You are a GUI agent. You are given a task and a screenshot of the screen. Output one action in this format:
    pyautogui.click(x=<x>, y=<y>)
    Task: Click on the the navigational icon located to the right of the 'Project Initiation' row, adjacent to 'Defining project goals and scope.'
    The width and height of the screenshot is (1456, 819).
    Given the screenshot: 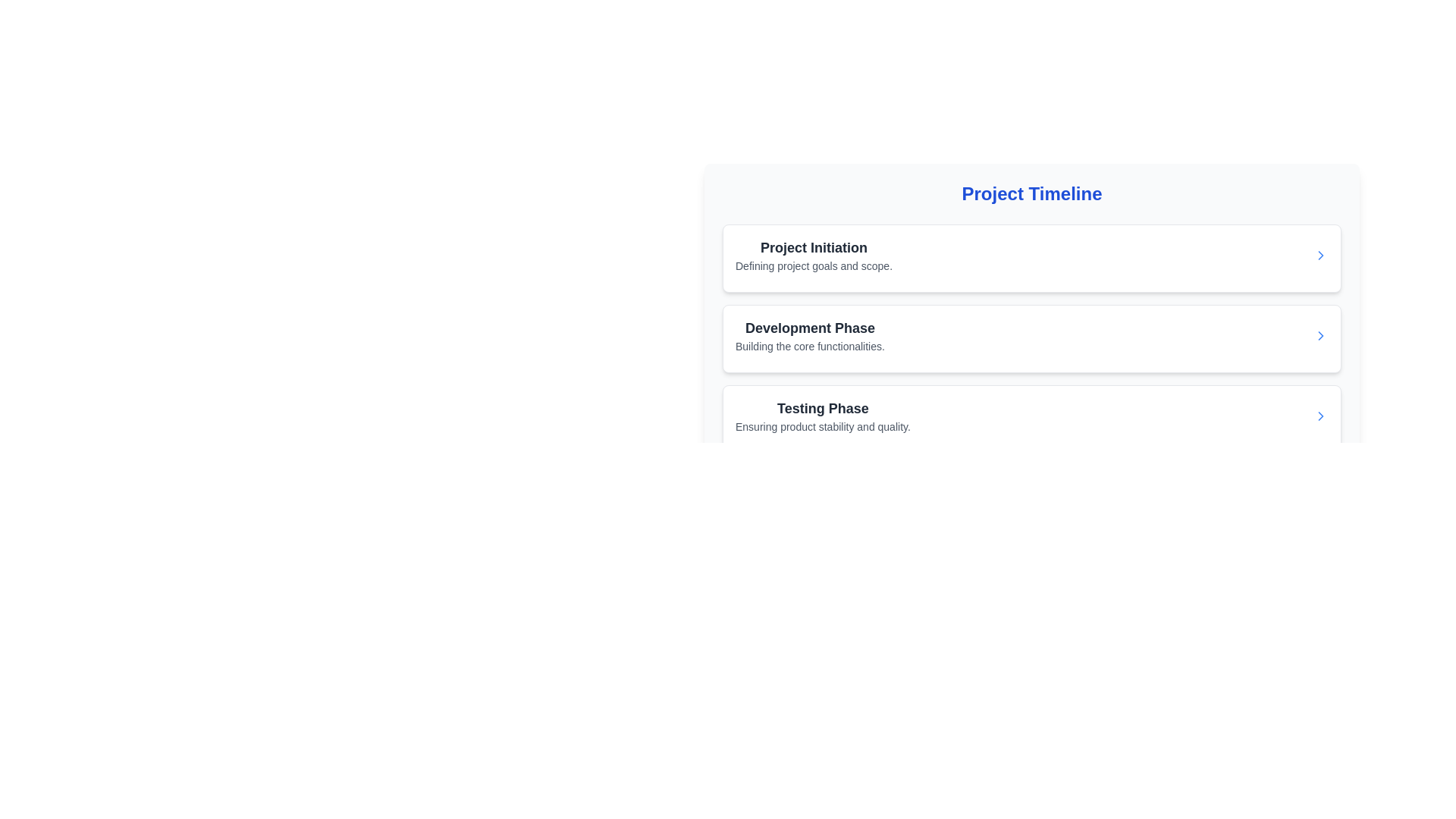 What is the action you would take?
    pyautogui.click(x=1320, y=254)
    